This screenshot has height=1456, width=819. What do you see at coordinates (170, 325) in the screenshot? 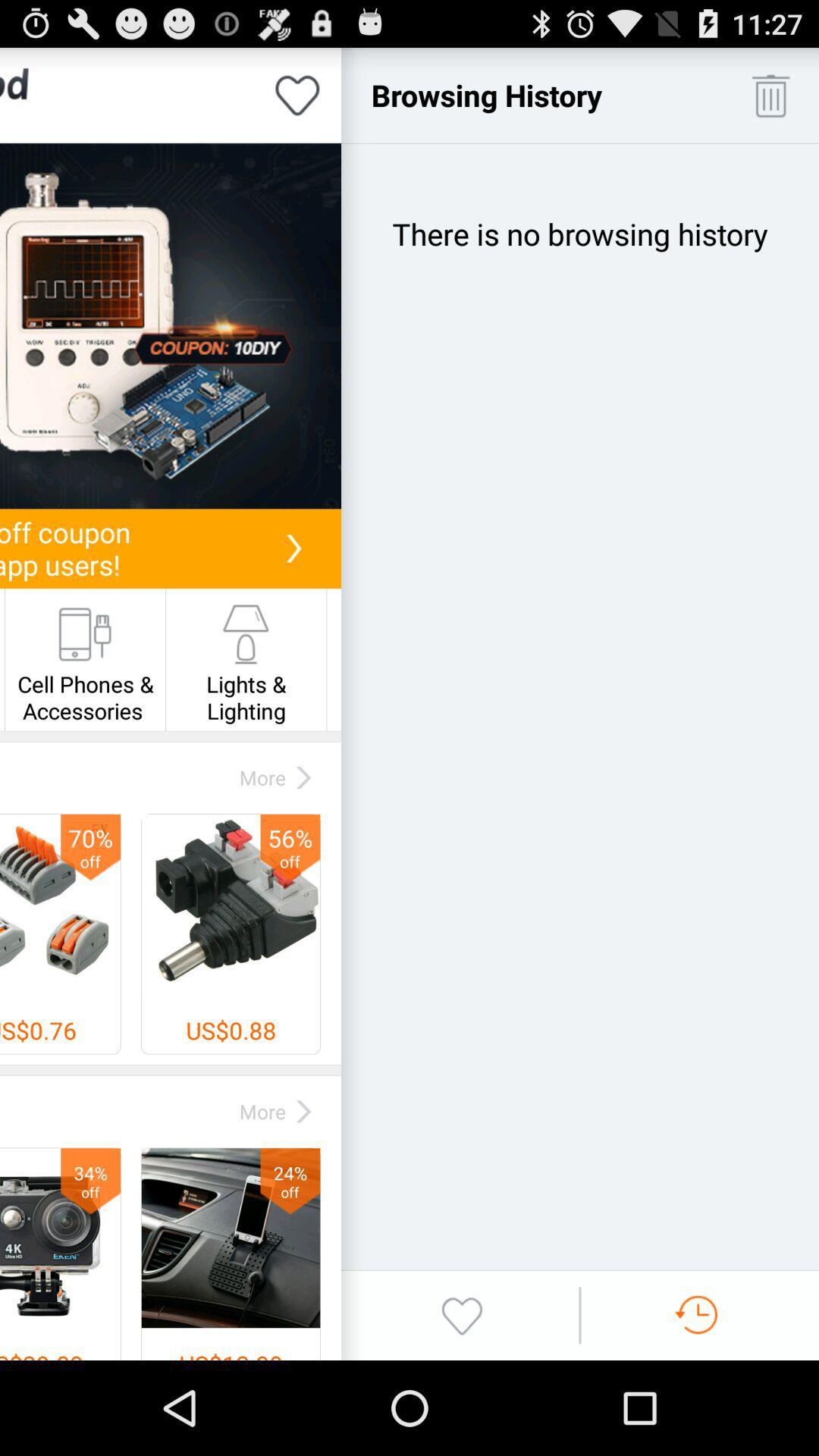
I see `get coupon` at bounding box center [170, 325].